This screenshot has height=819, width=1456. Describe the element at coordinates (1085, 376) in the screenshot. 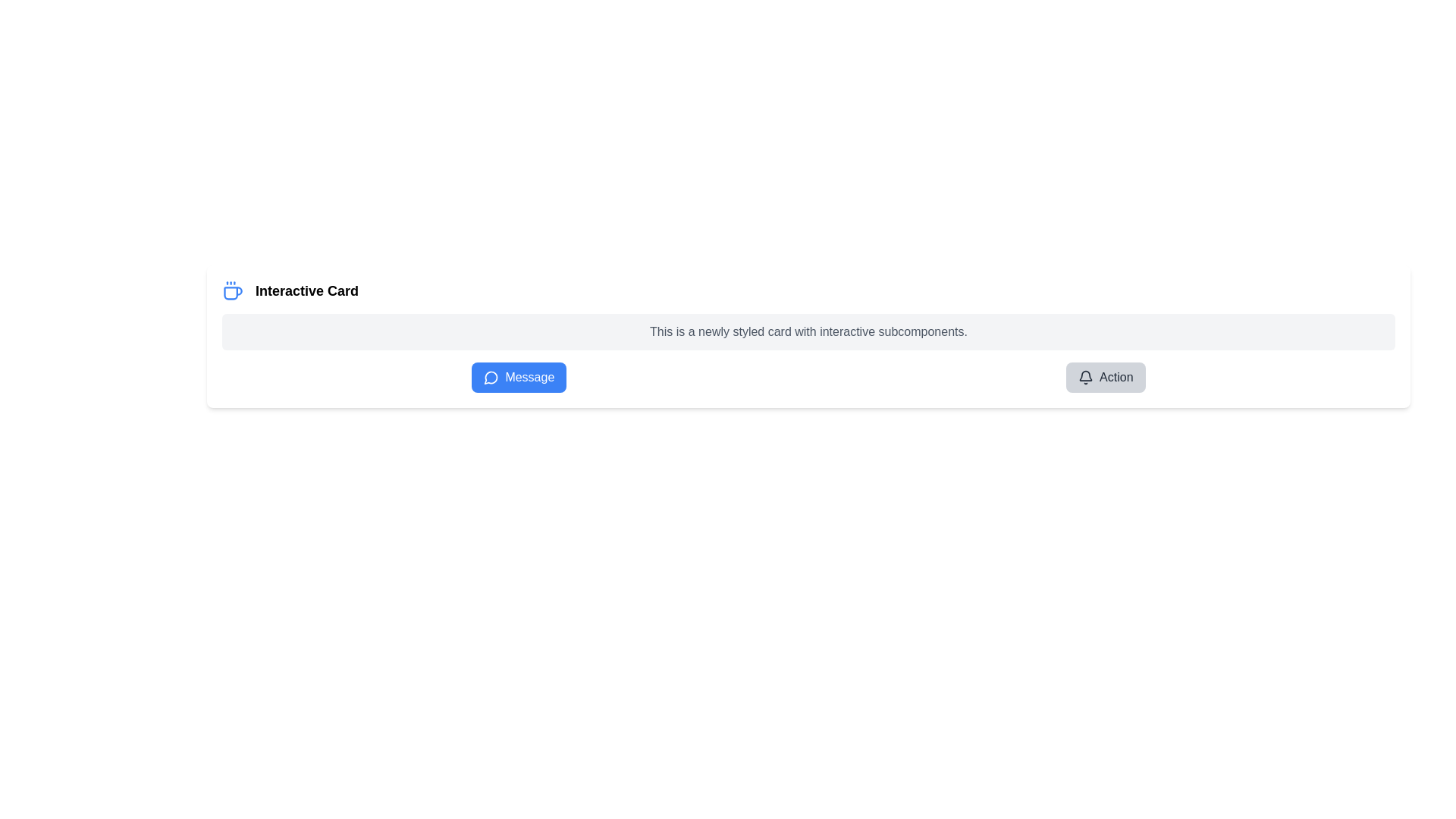

I see `the bell icon located on the left side of the 'Action' button, which represents notifications or alerts` at that location.